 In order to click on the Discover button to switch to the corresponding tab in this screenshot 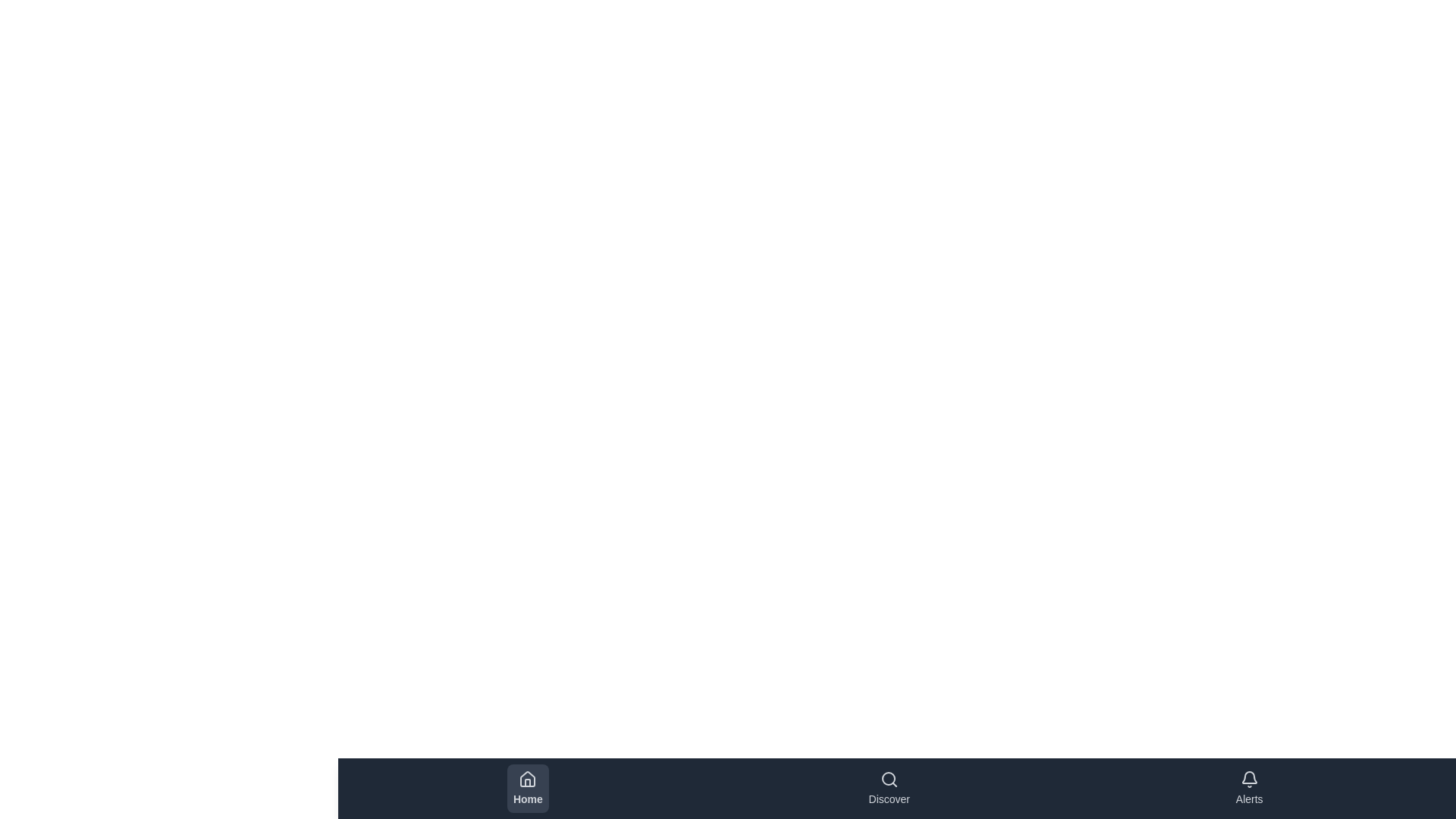, I will do `click(889, 788)`.